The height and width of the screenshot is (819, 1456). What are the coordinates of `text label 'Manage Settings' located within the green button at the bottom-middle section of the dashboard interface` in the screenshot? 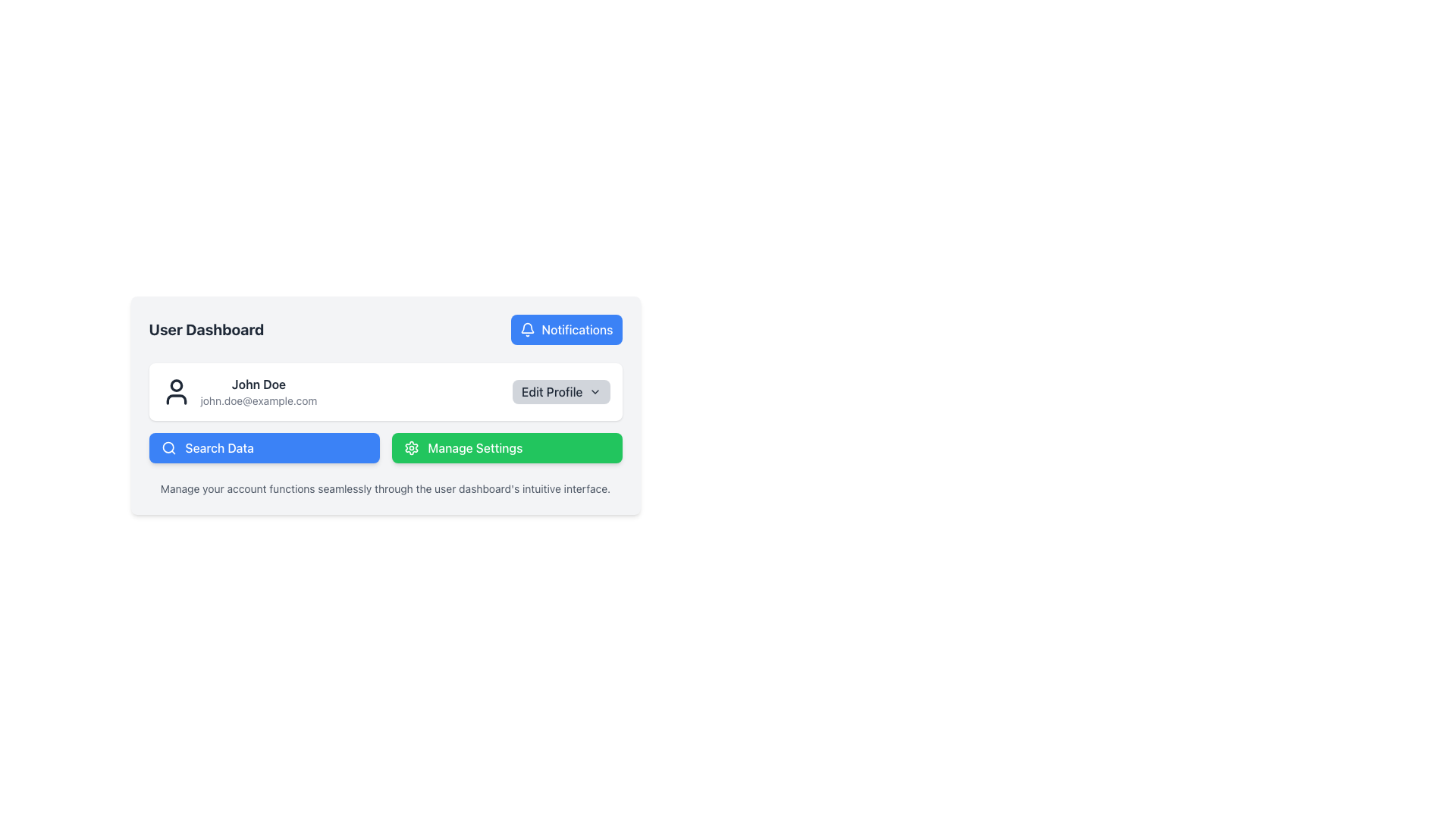 It's located at (474, 447).